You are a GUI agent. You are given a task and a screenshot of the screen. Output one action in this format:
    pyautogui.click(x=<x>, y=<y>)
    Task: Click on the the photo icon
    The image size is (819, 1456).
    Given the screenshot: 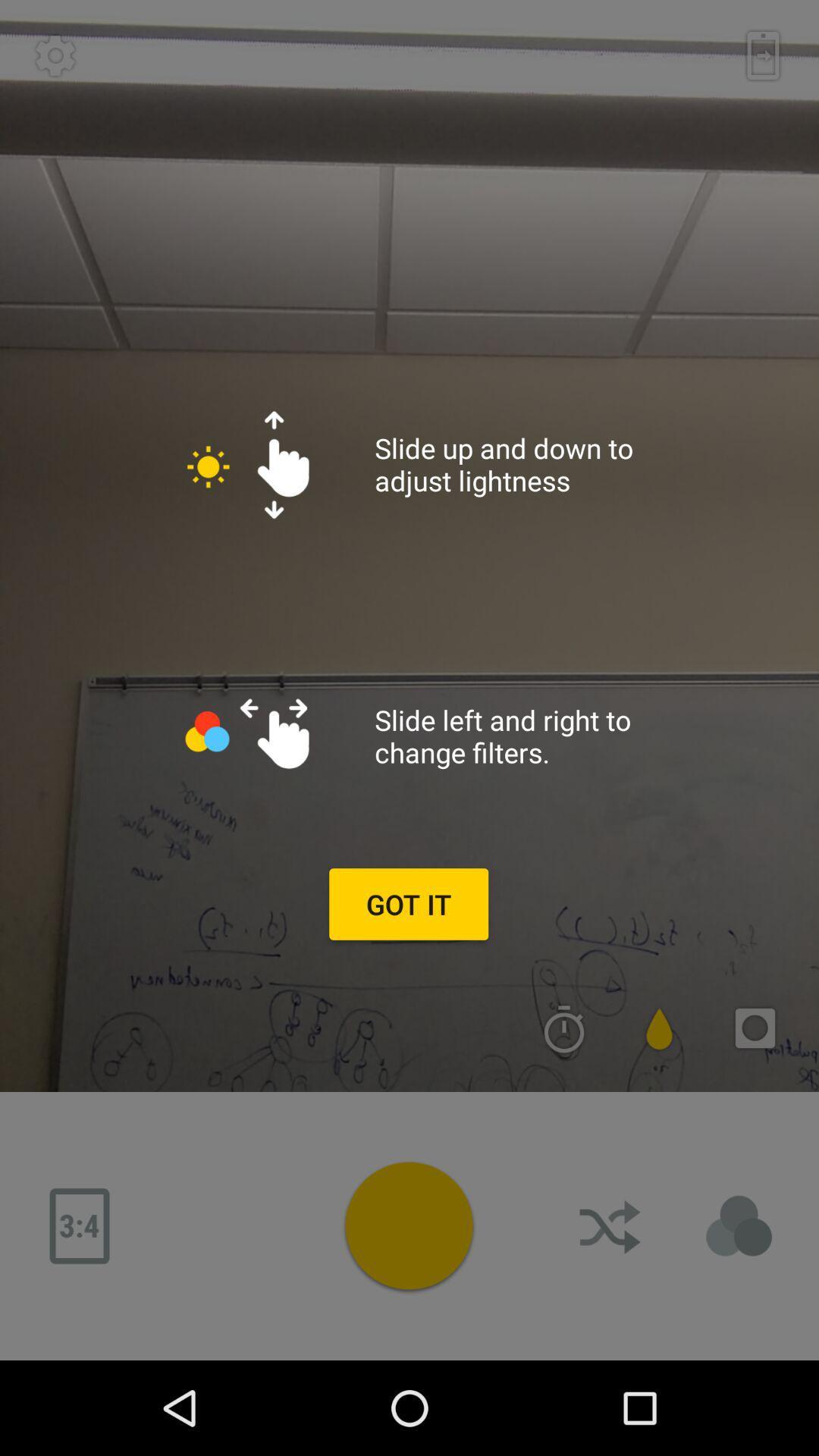 What is the action you would take?
    pyautogui.click(x=755, y=1028)
    